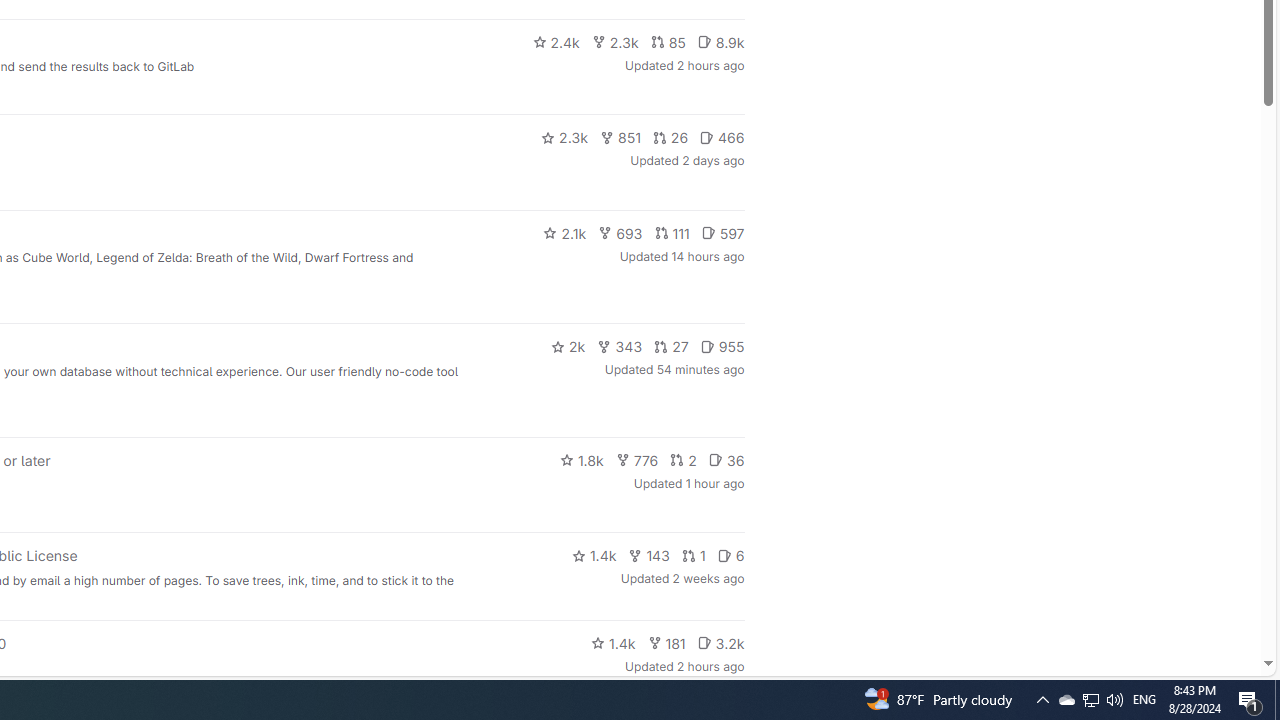  Describe the element at coordinates (556, 42) in the screenshot. I see `'2.4k'` at that location.